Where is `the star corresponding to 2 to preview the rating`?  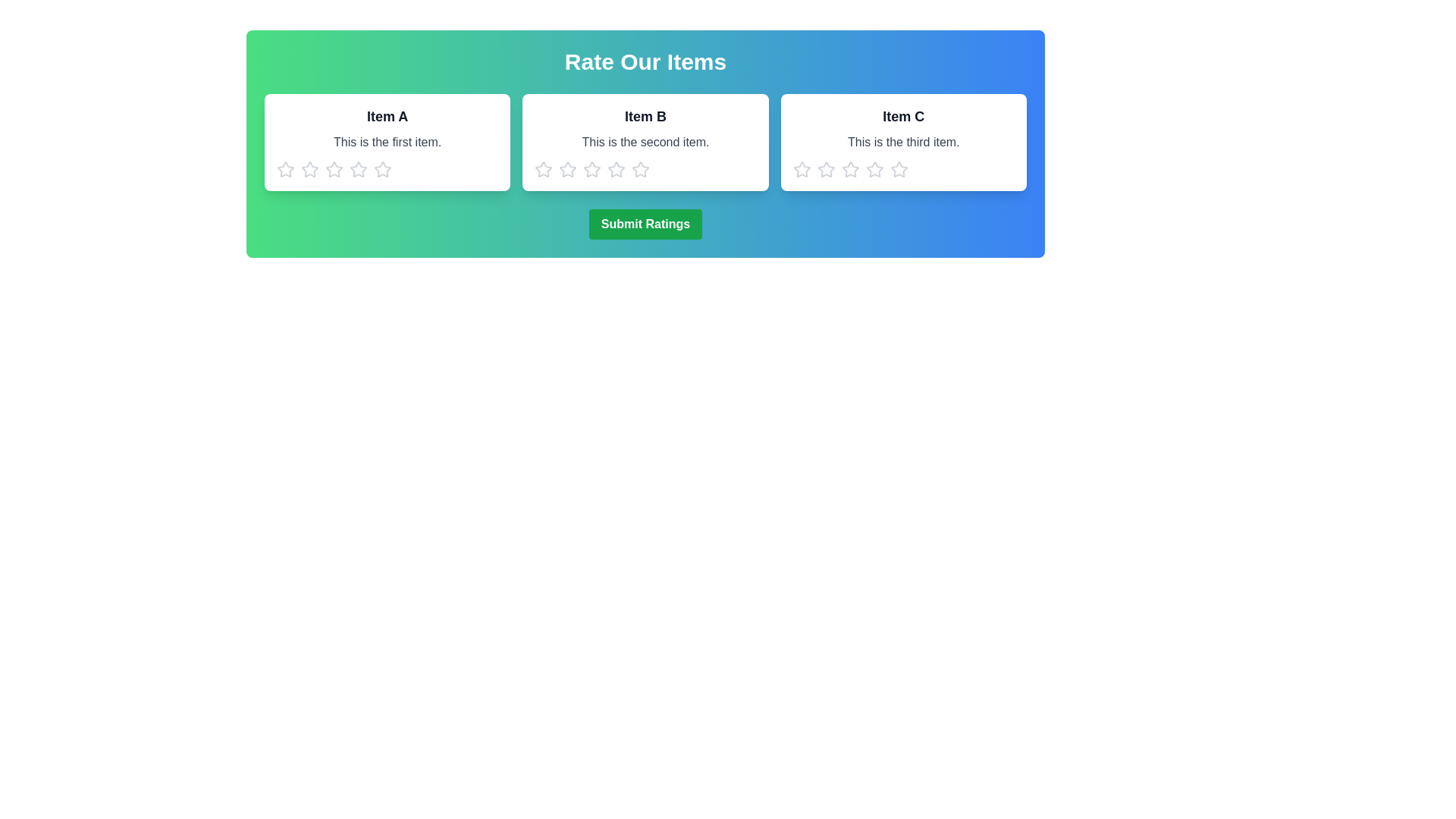
the star corresponding to 2 to preview the rating is located at coordinates (309, 169).